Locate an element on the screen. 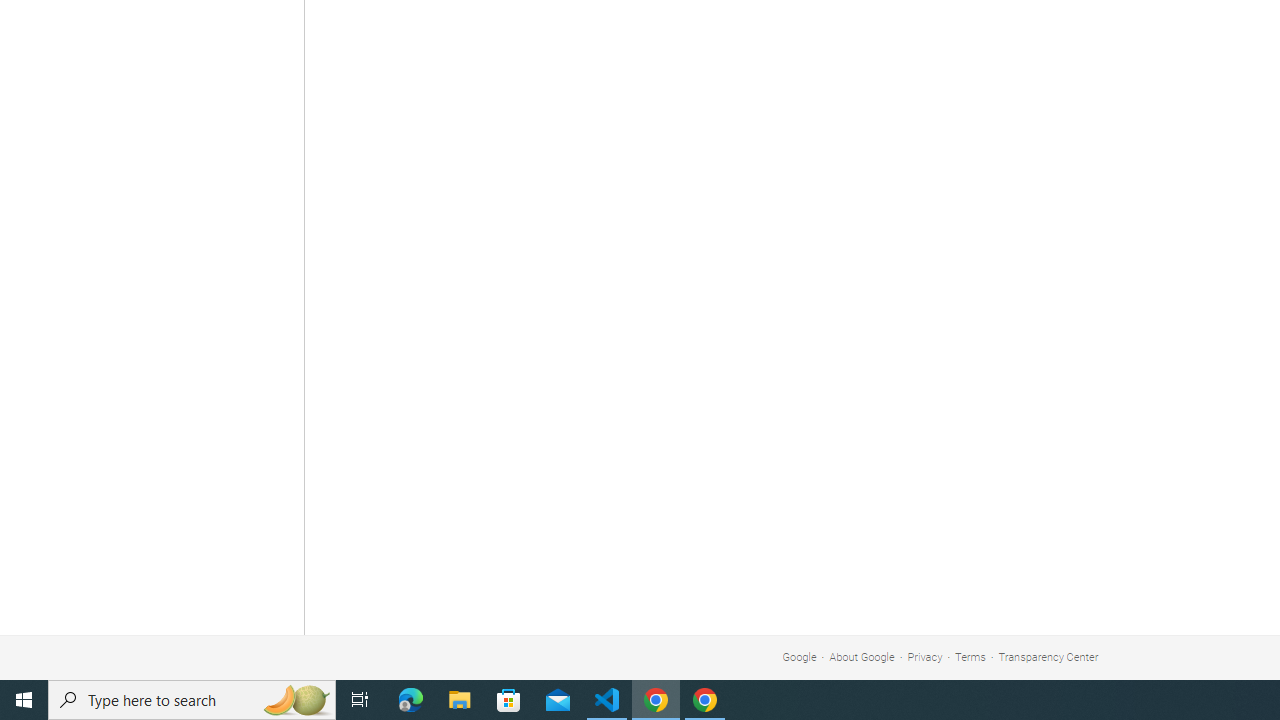 This screenshot has width=1280, height=720. 'Transparency Center' is located at coordinates (1047, 657).